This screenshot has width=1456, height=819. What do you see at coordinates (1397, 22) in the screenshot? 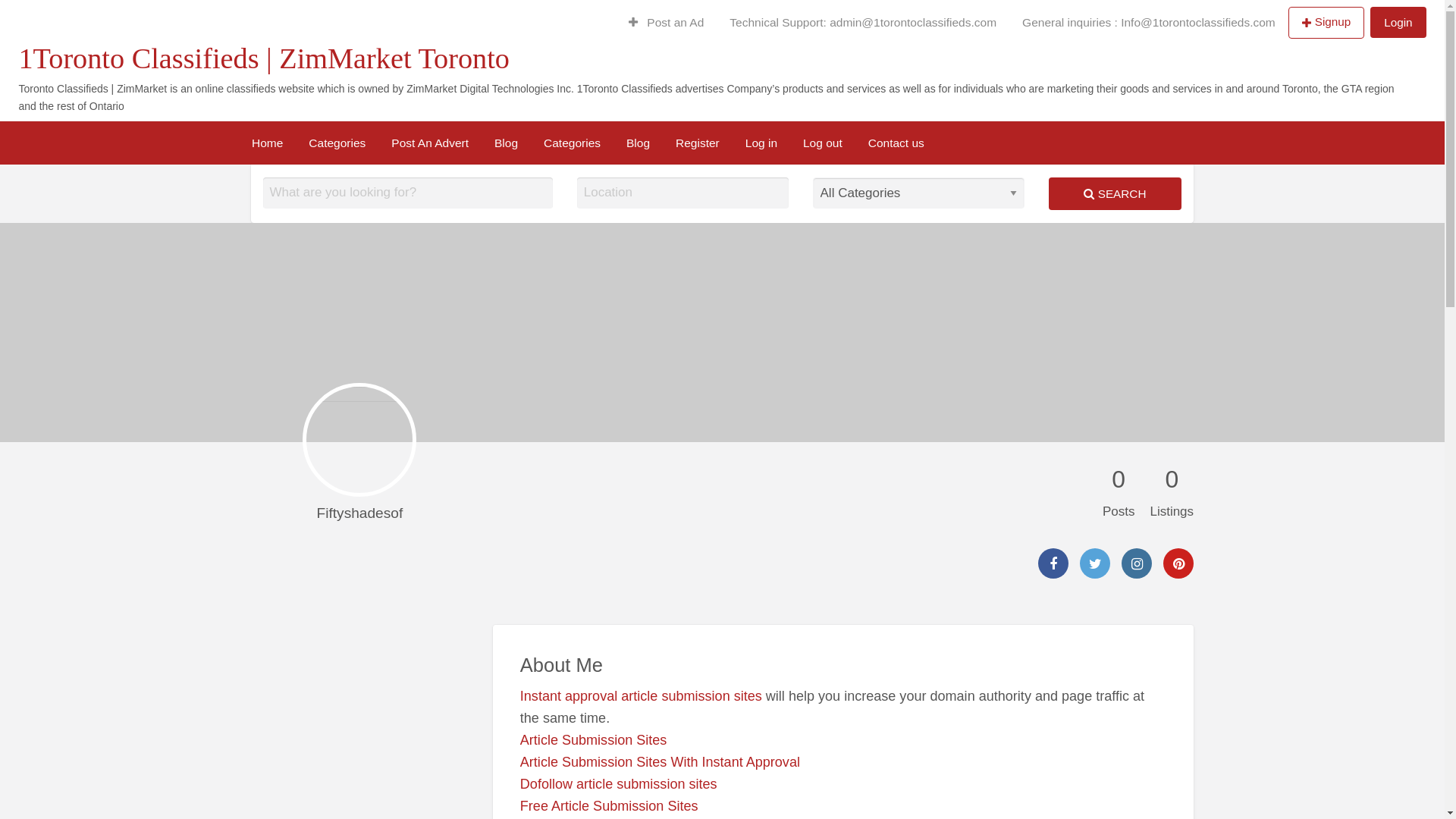
I see `'Login'` at bounding box center [1397, 22].